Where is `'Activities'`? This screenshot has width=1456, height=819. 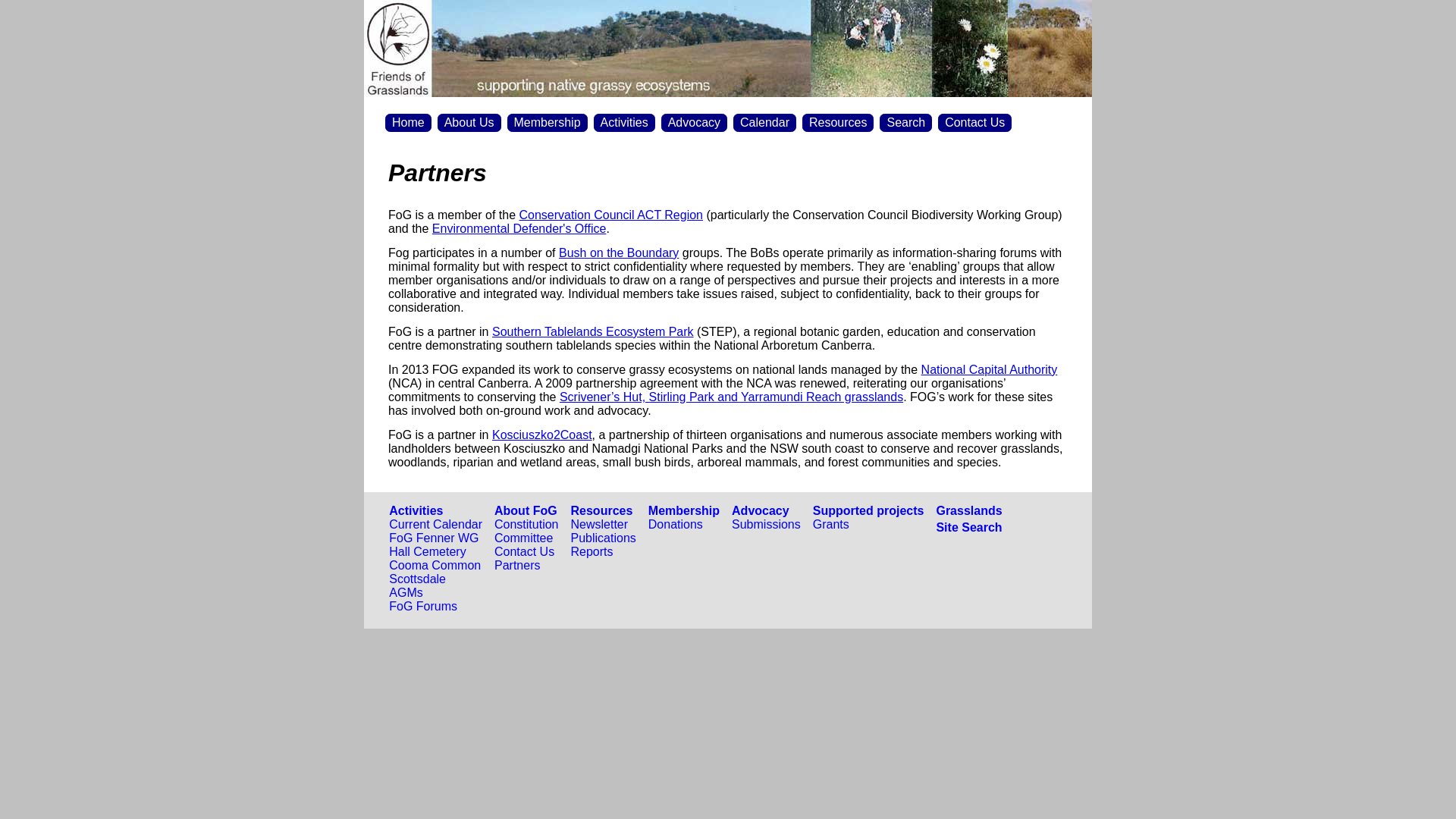 'Activities' is located at coordinates (624, 122).